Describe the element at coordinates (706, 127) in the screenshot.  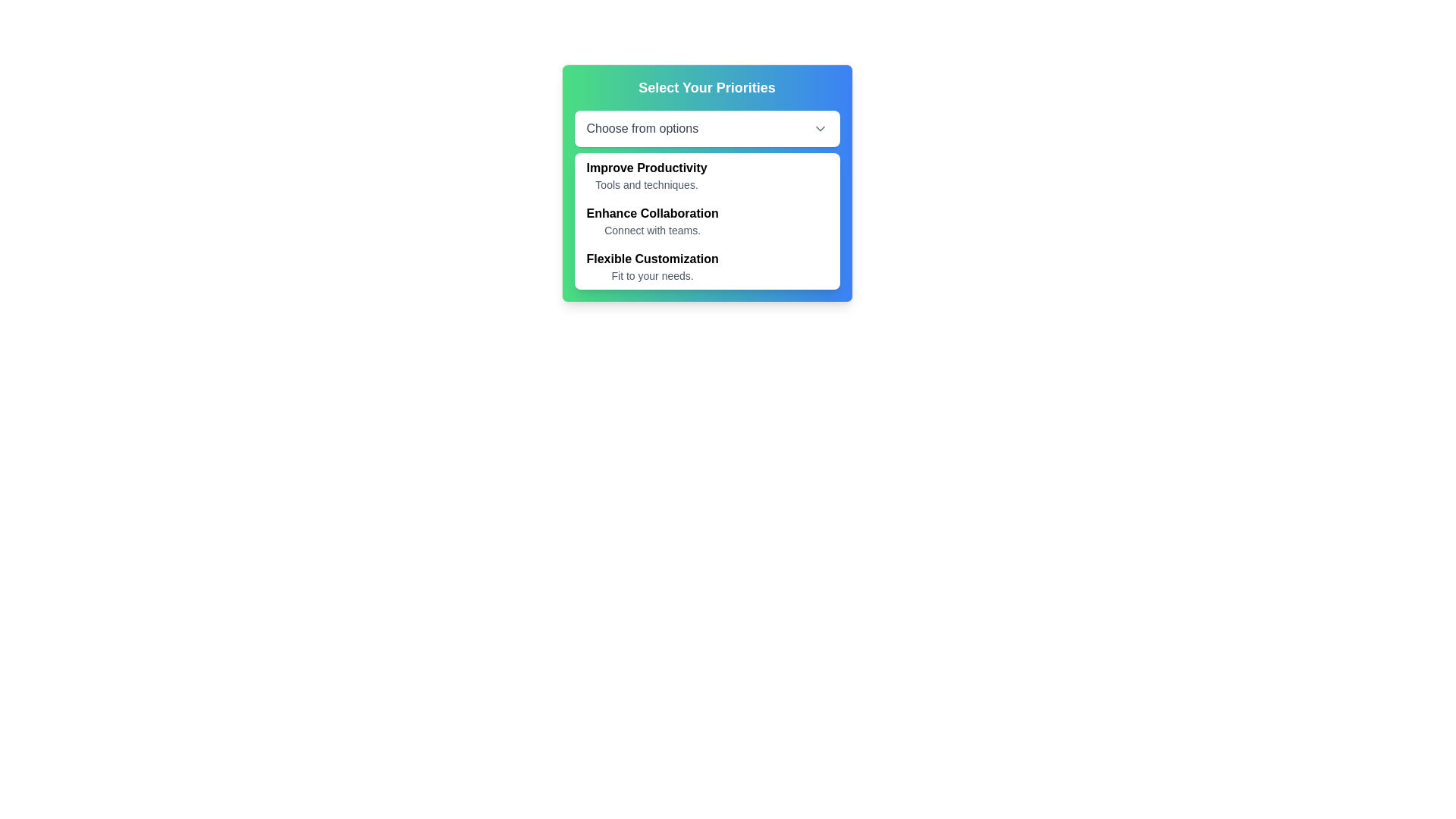
I see `the Dropdown trigger button labeled 'Choose from options'` at that location.